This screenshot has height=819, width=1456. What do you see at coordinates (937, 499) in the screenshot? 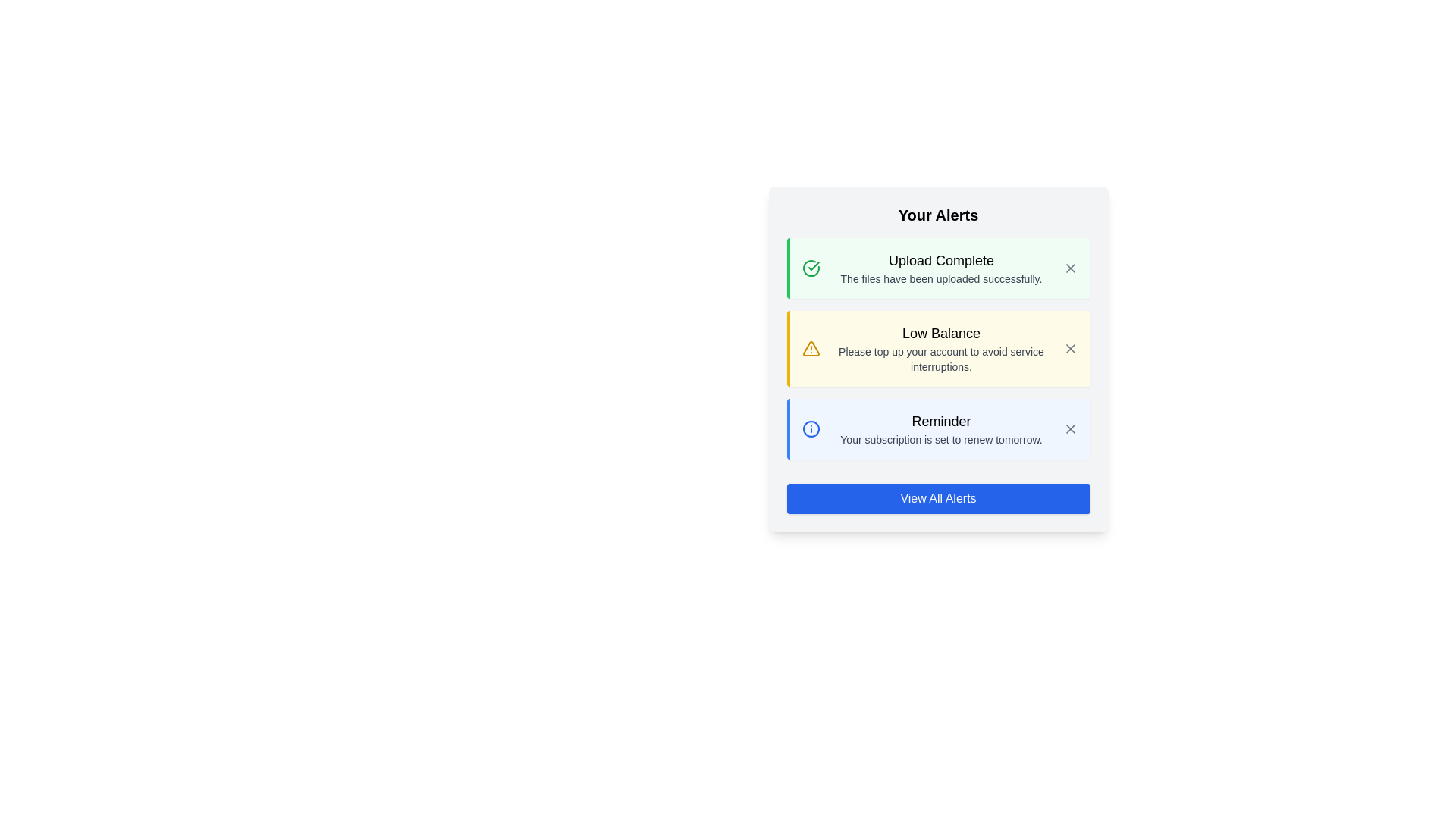
I see `the button located at the bottom center of the 'Your Alerts' card` at bounding box center [937, 499].